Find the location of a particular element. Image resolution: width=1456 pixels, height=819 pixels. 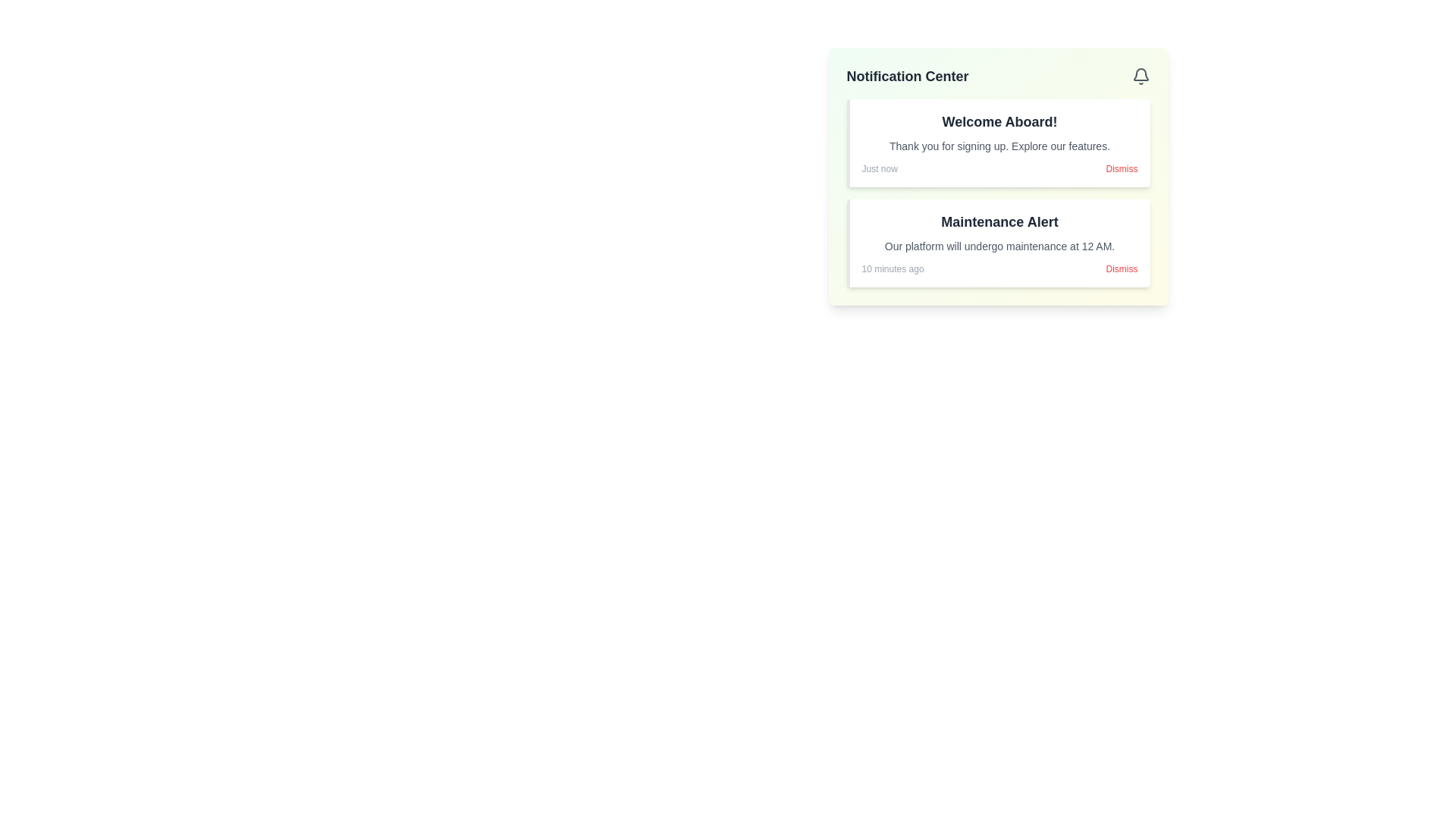

the second notification card in the Notification Center is located at coordinates (998, 242).